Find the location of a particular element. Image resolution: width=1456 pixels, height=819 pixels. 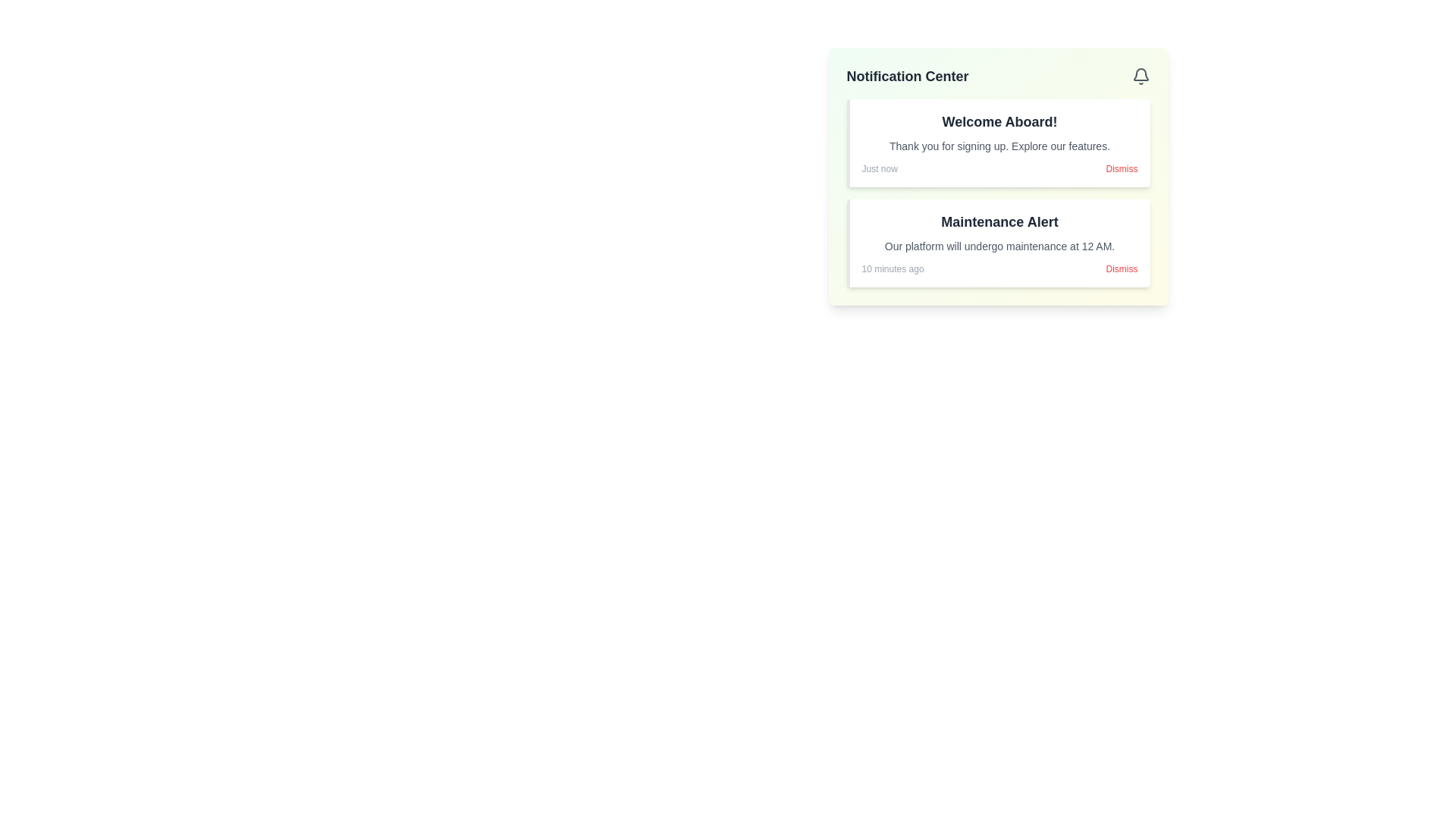

the second notification card in the Notification Center is located at coordinates (998, 242).